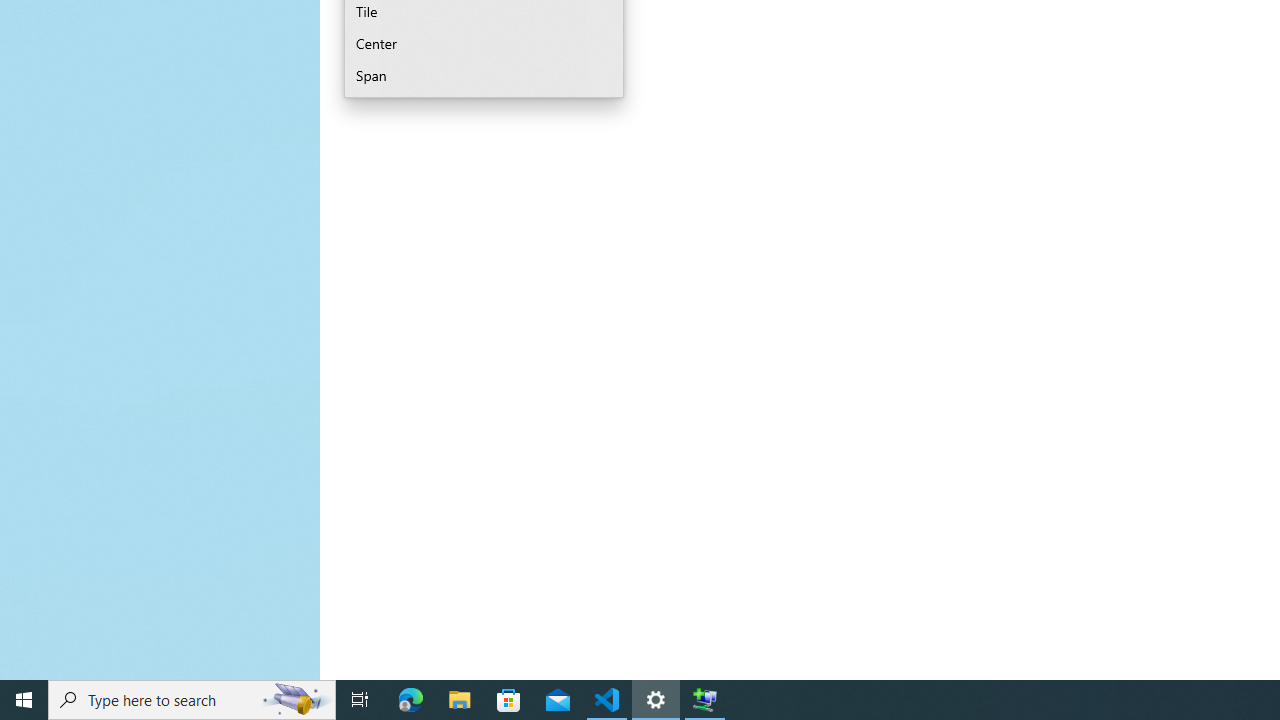 The image size is (1280, 720). Describe the element at coordinates (484, 76) in the screenshot. I see `'Span'` at that location.